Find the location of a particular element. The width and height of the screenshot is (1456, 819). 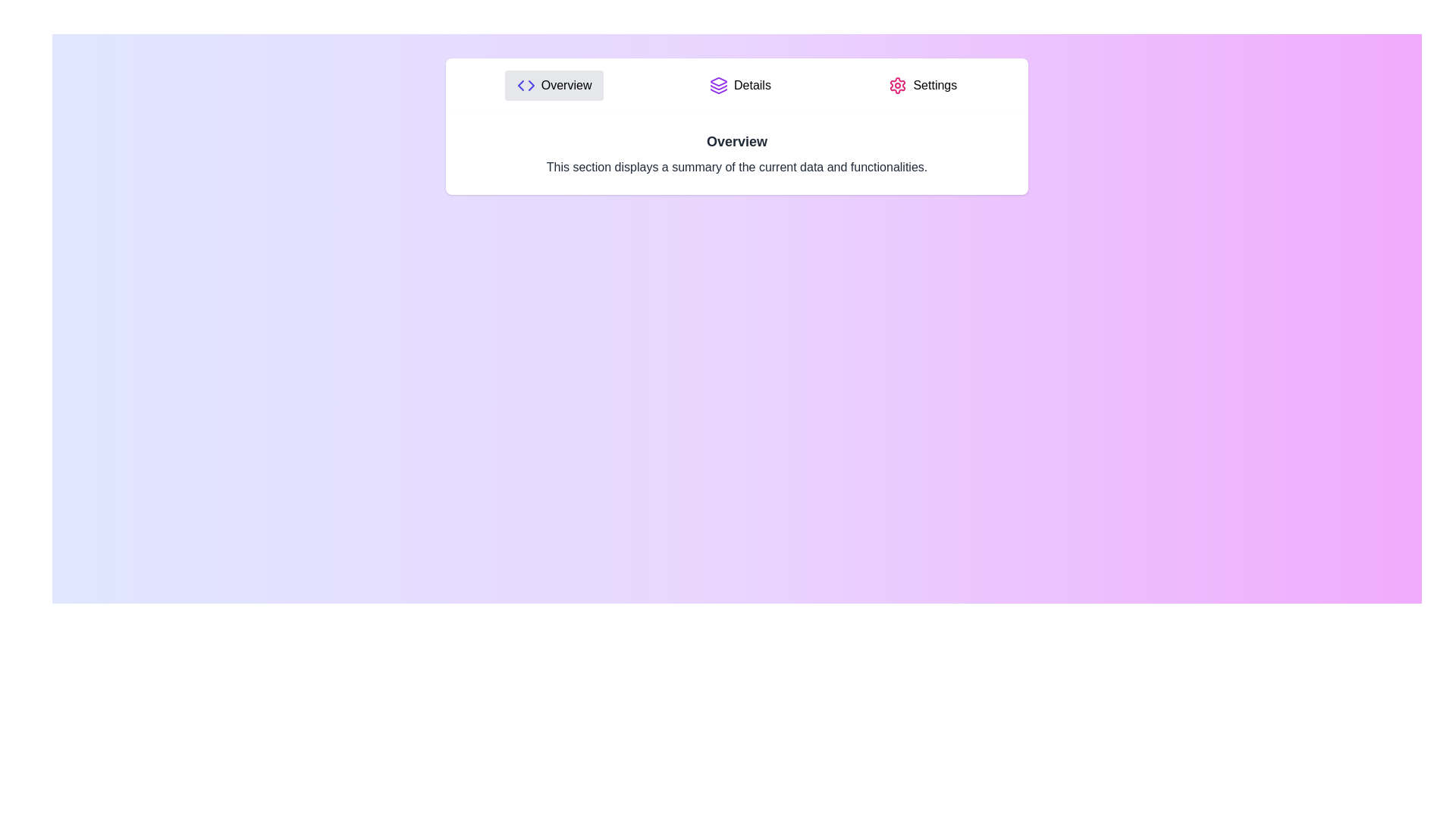

the 'Details' section of the Navigation menu, which has a white background and contains three sections: 'Overview', 'Details', and 'Settings' is located at coordinates (736, 85).